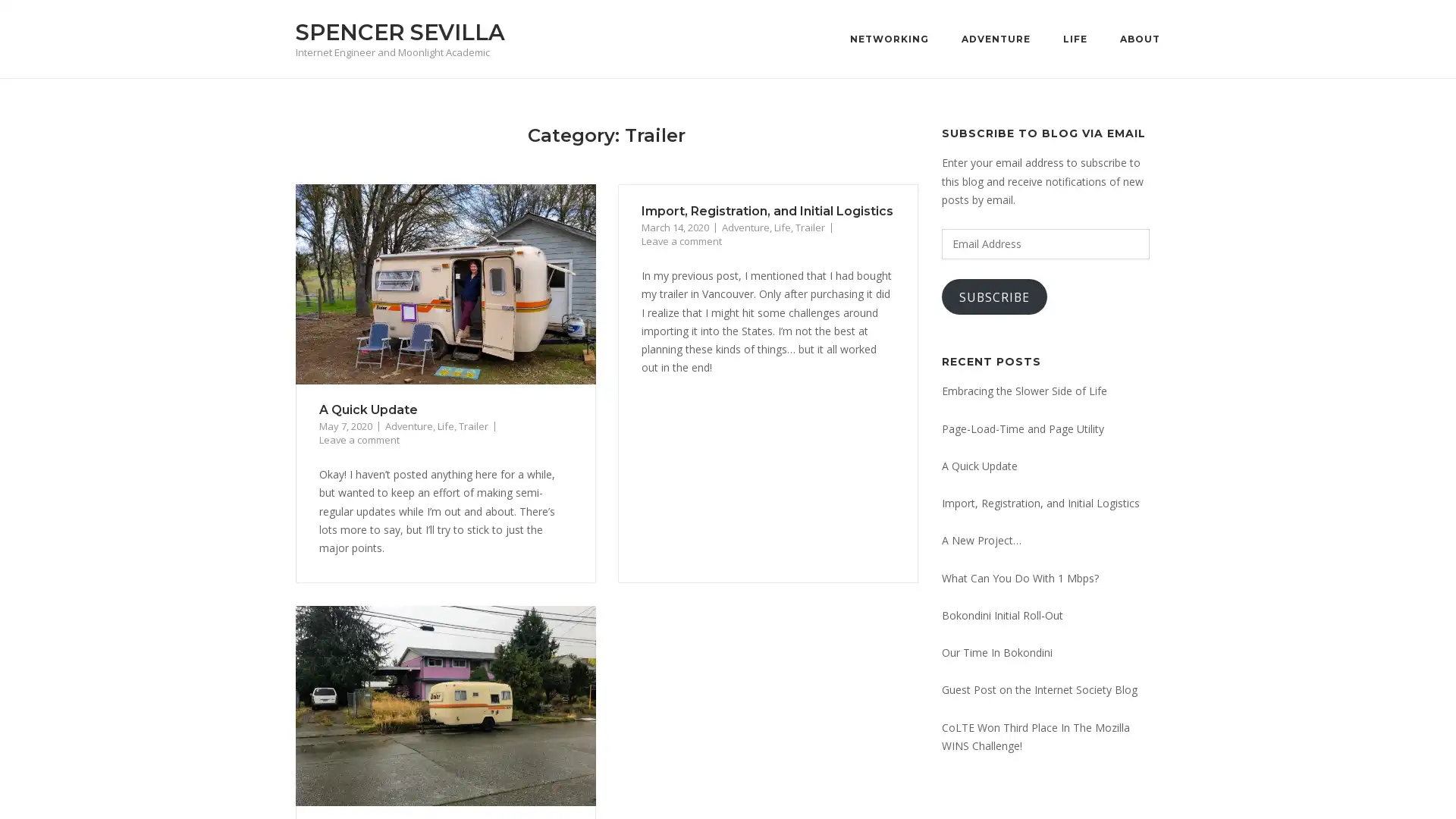  Describe the element at coordinates (994, 297) in the screenshot. I see `SUBSCRIBE` at that location.